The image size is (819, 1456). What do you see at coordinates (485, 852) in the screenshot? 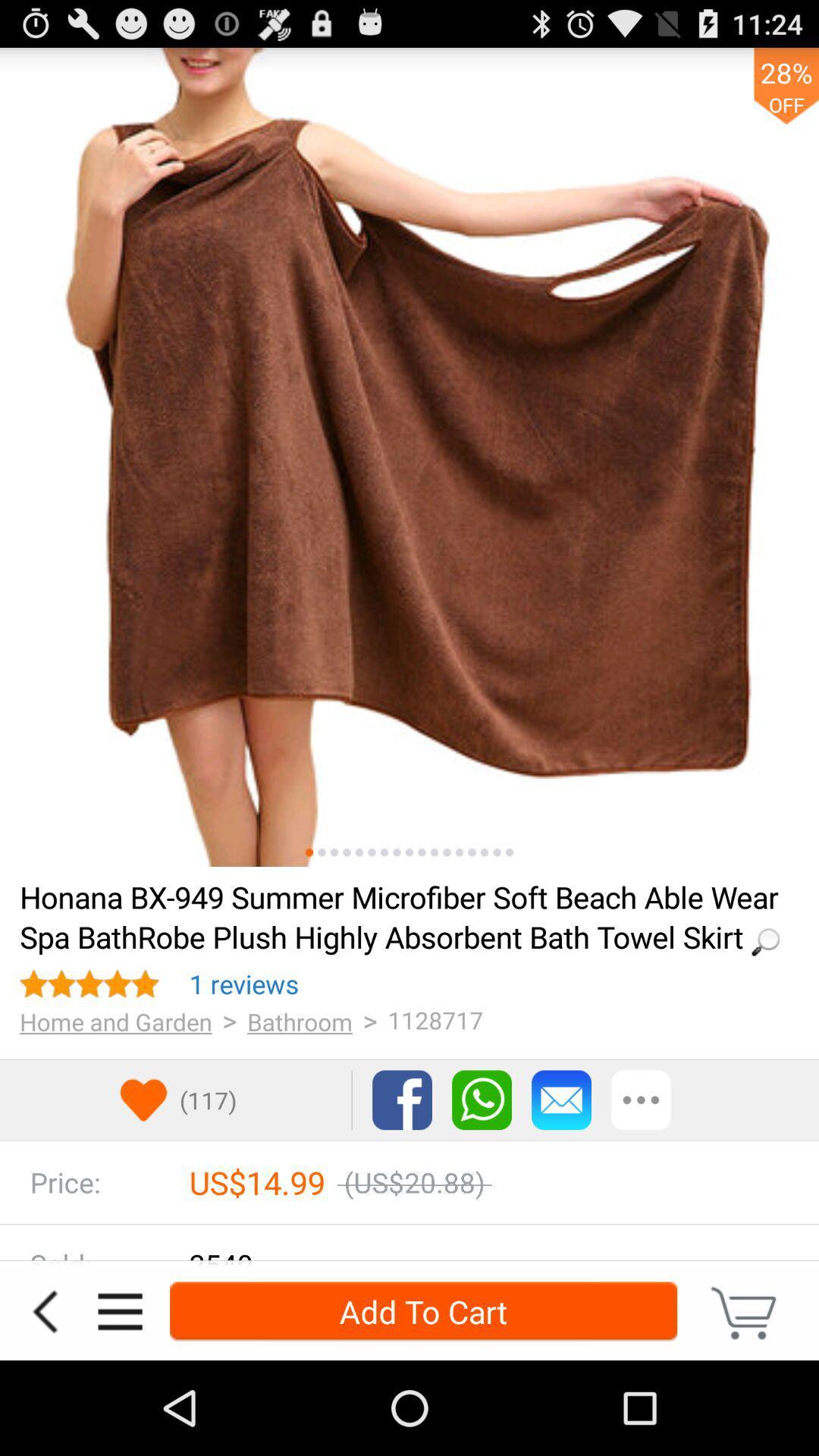
I see `the item above the loading... item` at bounding box center [485, 852].